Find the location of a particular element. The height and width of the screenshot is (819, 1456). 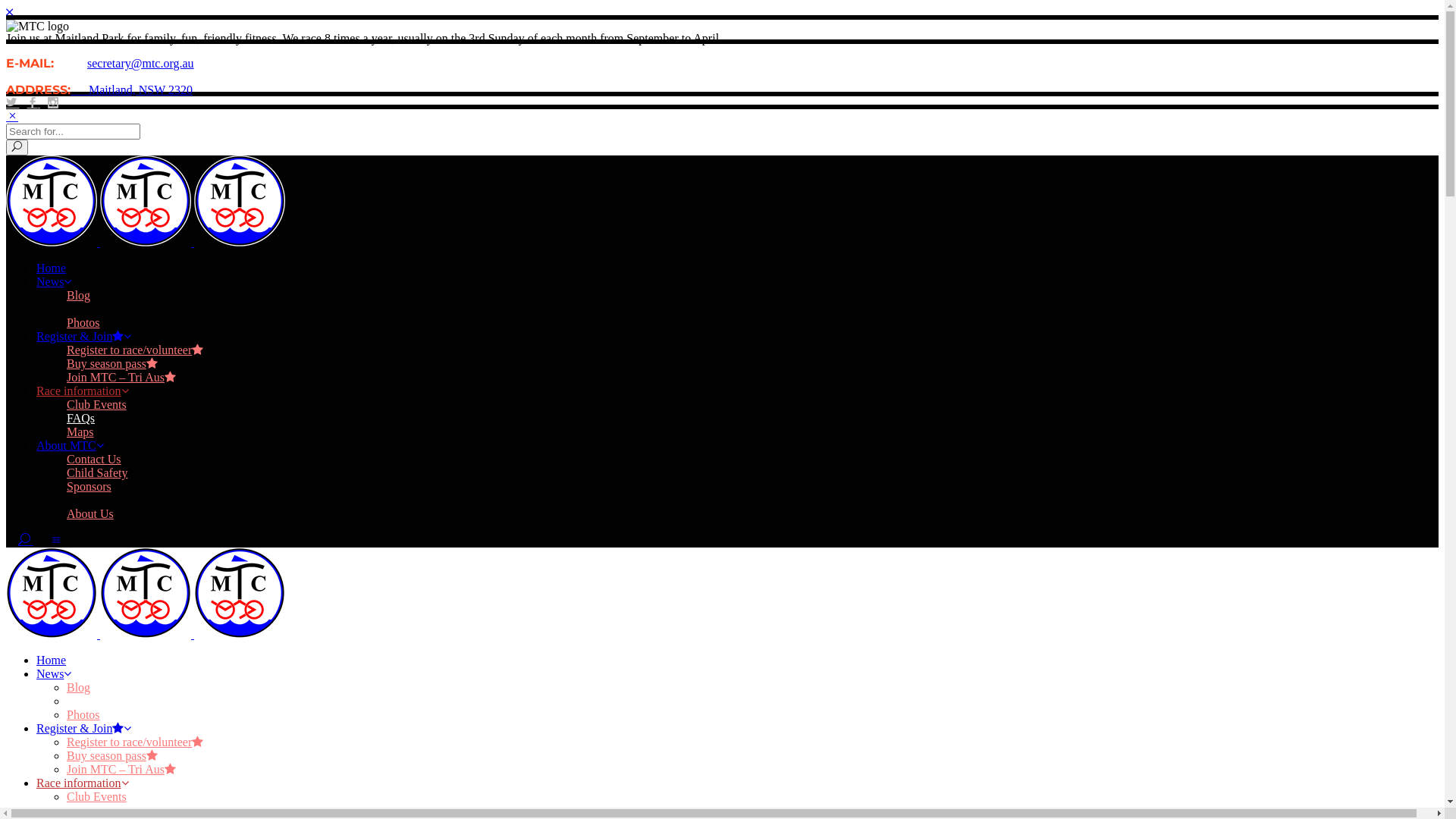

'Register & Join' is located at coordinates (83, 335).